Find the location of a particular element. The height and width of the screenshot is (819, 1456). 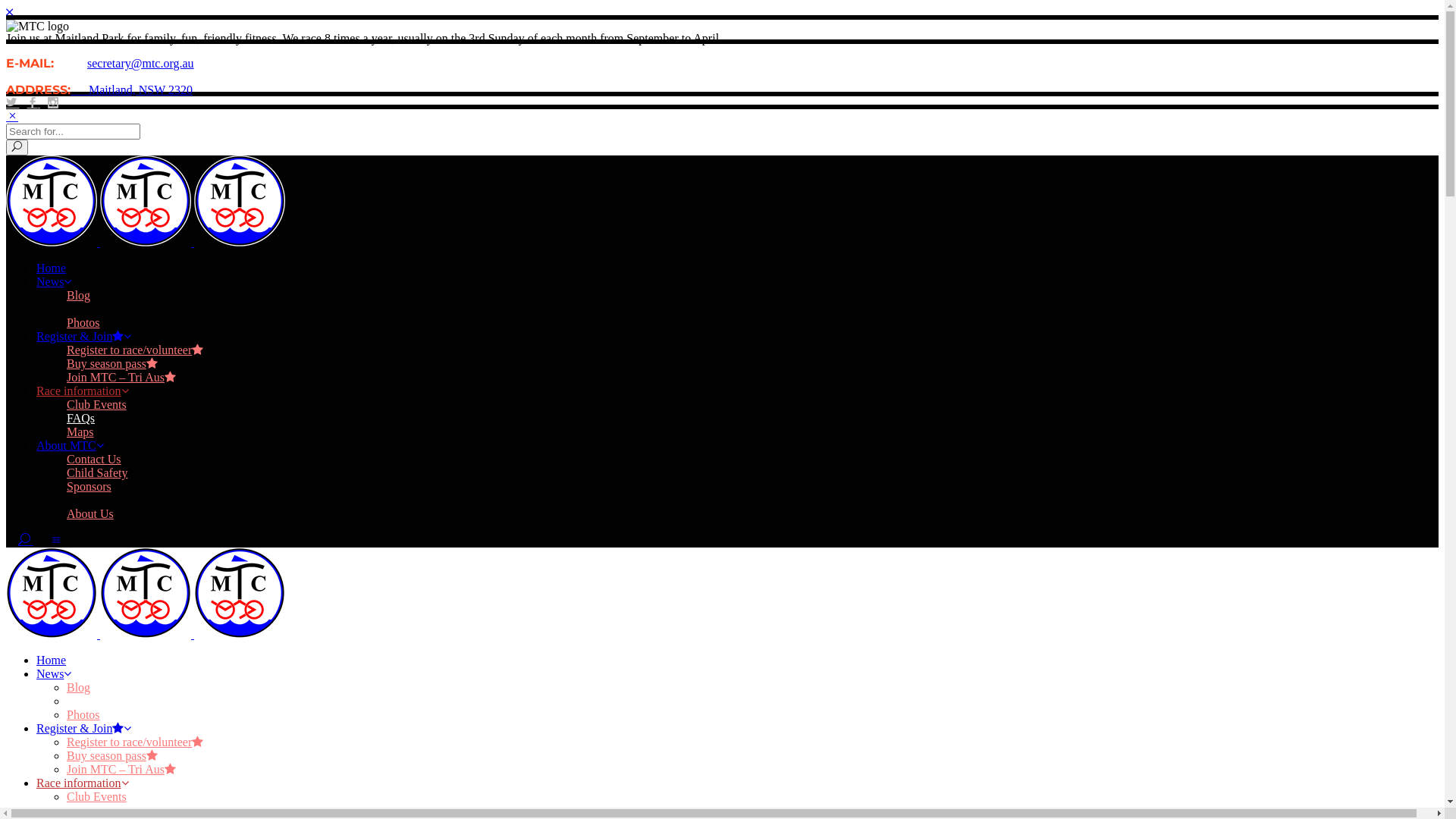

'Register & Join' is located at coordinates (83, 335).